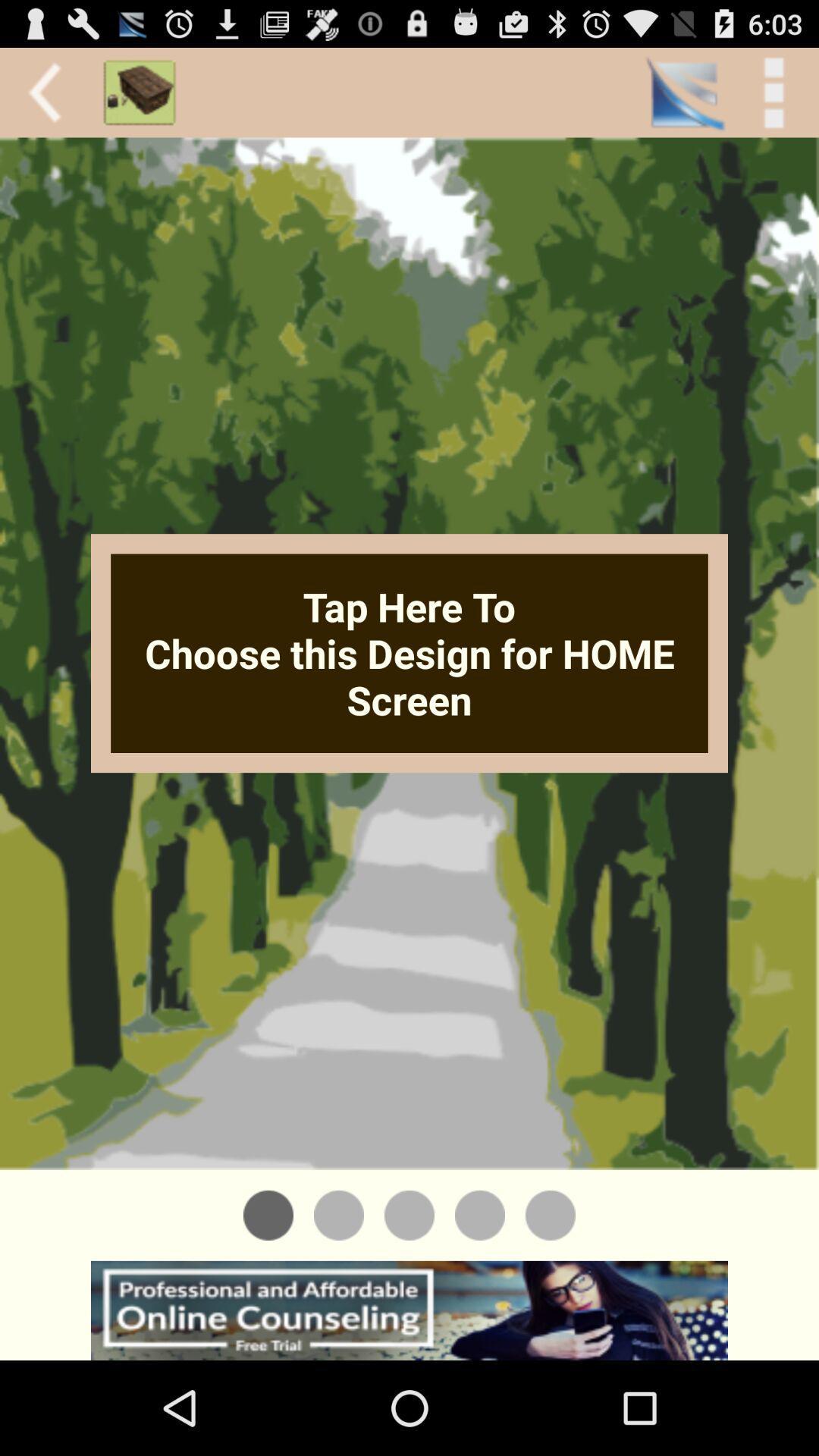  What do you see at coordinates (550, 1215) in the screenshot?
I see `see different design` at bounding box center [550, 1215].